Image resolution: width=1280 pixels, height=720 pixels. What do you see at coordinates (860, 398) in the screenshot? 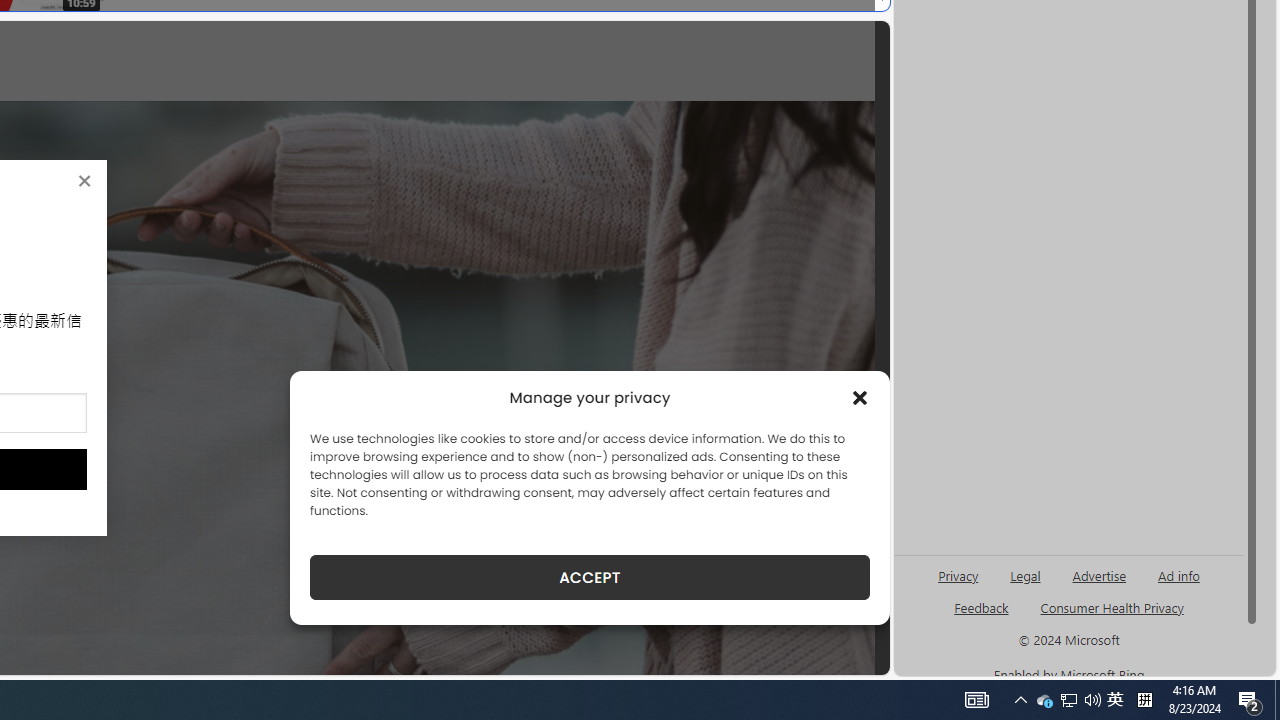
I see `'Class: cmplz-close'` at bounding box center [860, 398].